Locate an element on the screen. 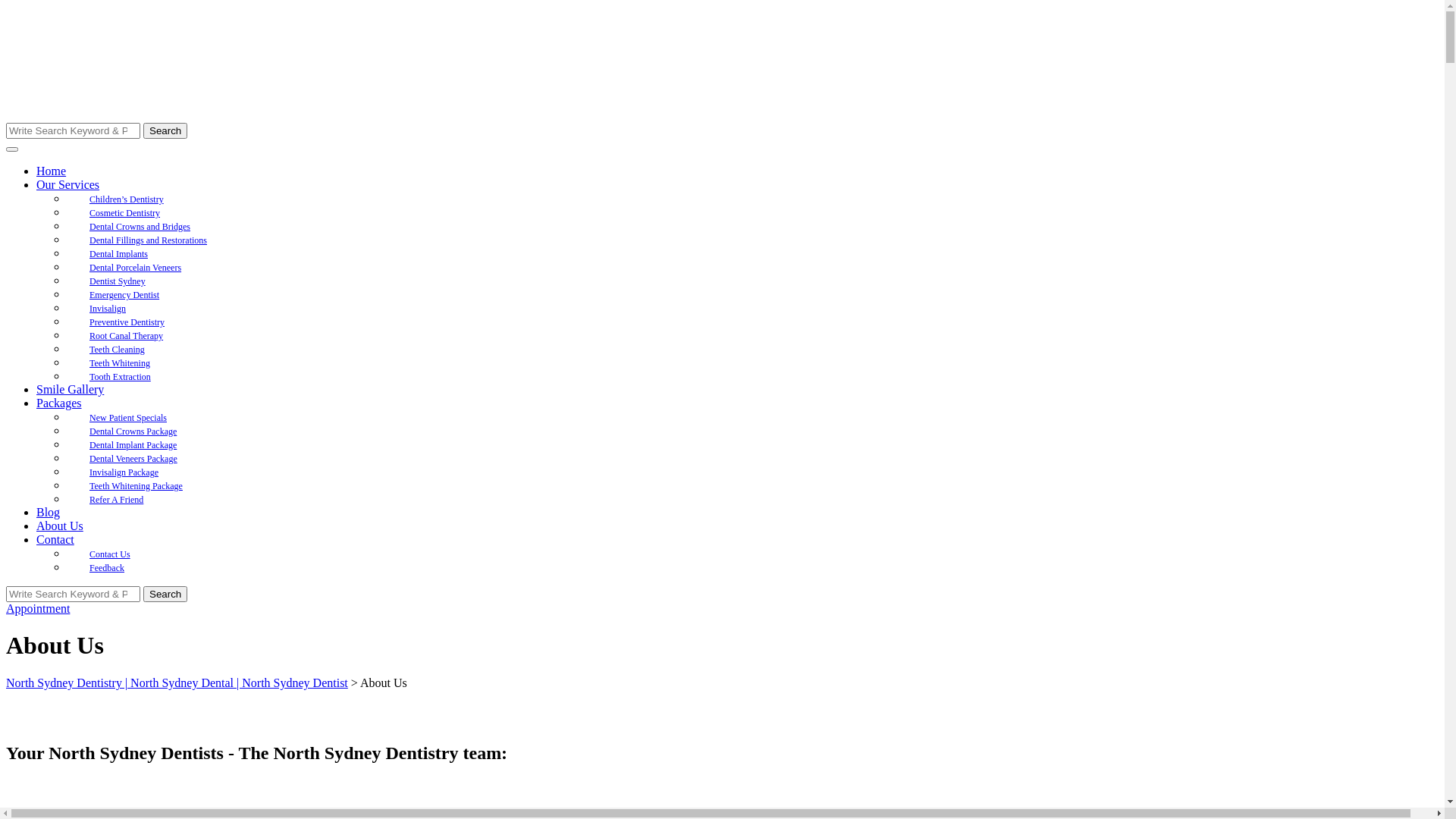 The image size is (1456, 819). 'Dental Implant Package' is located at coordinates (133, 444).